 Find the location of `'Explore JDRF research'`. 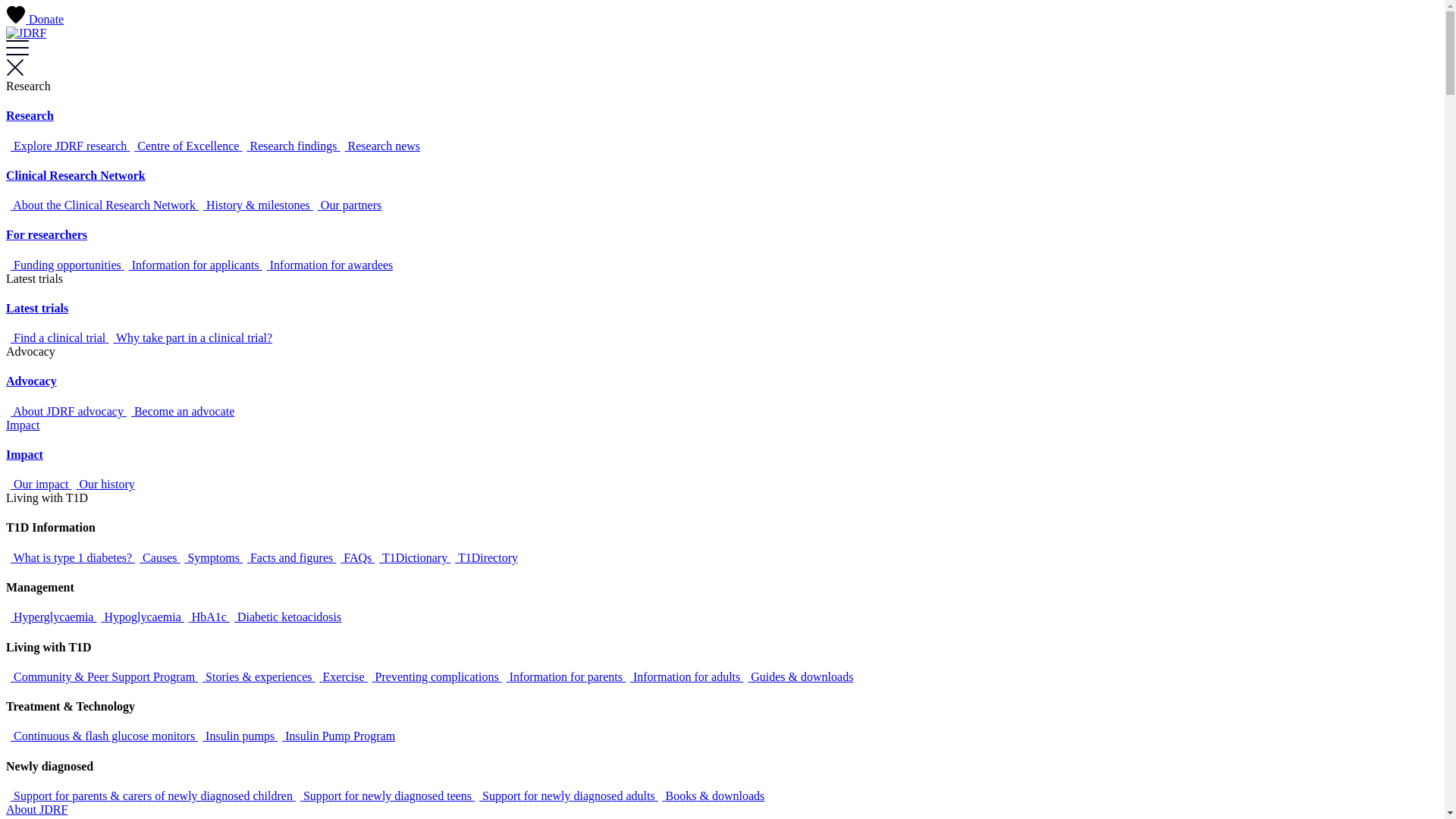

'Explore JDRF research' is located at coordinates (67, 146).